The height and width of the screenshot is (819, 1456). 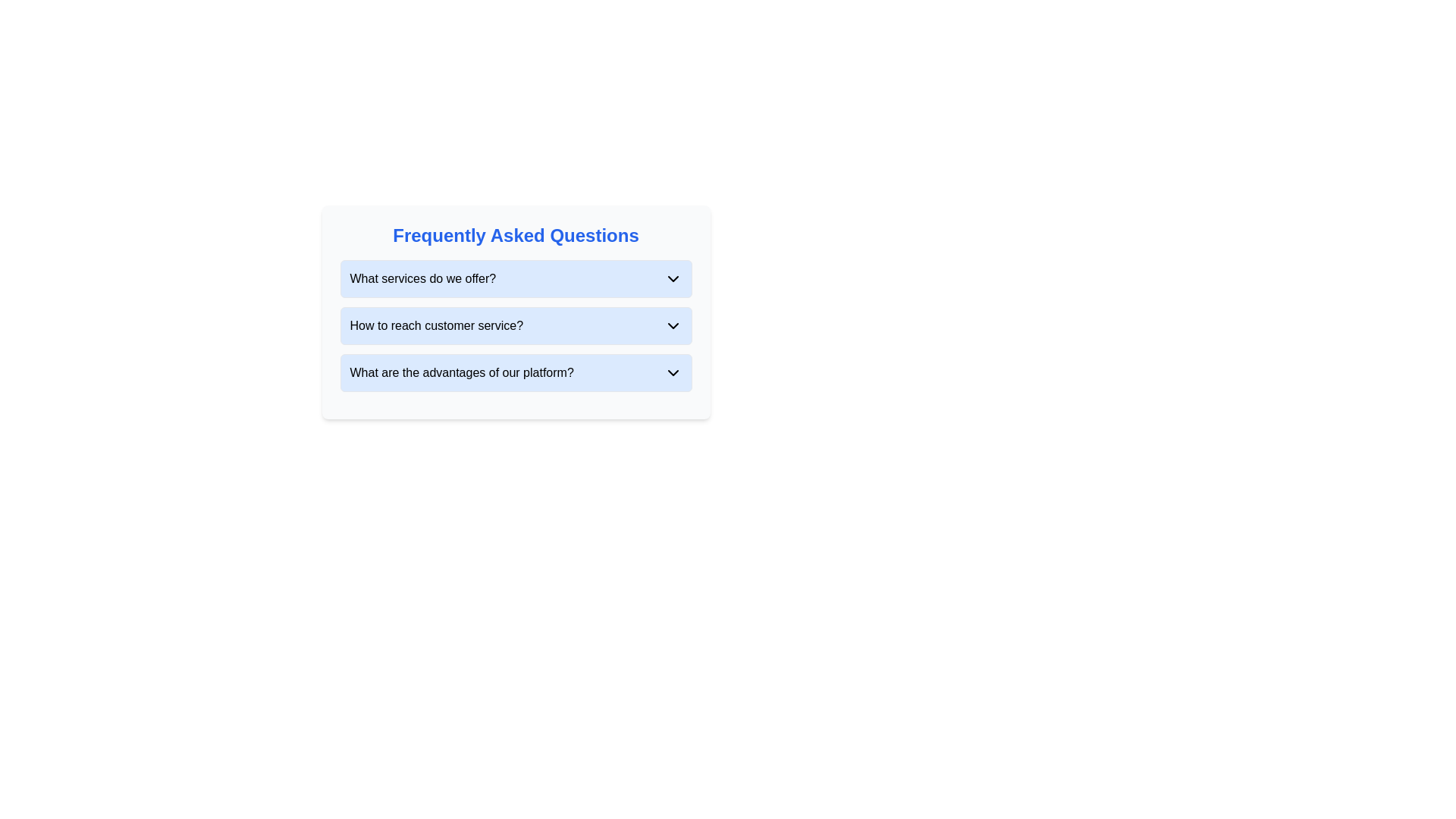 I want to click on the downward pointing chevron icon located to the right of the text 'What services do we offer?' in the first row of the Frequently Asked Questions section, so click(x=672, y=278).